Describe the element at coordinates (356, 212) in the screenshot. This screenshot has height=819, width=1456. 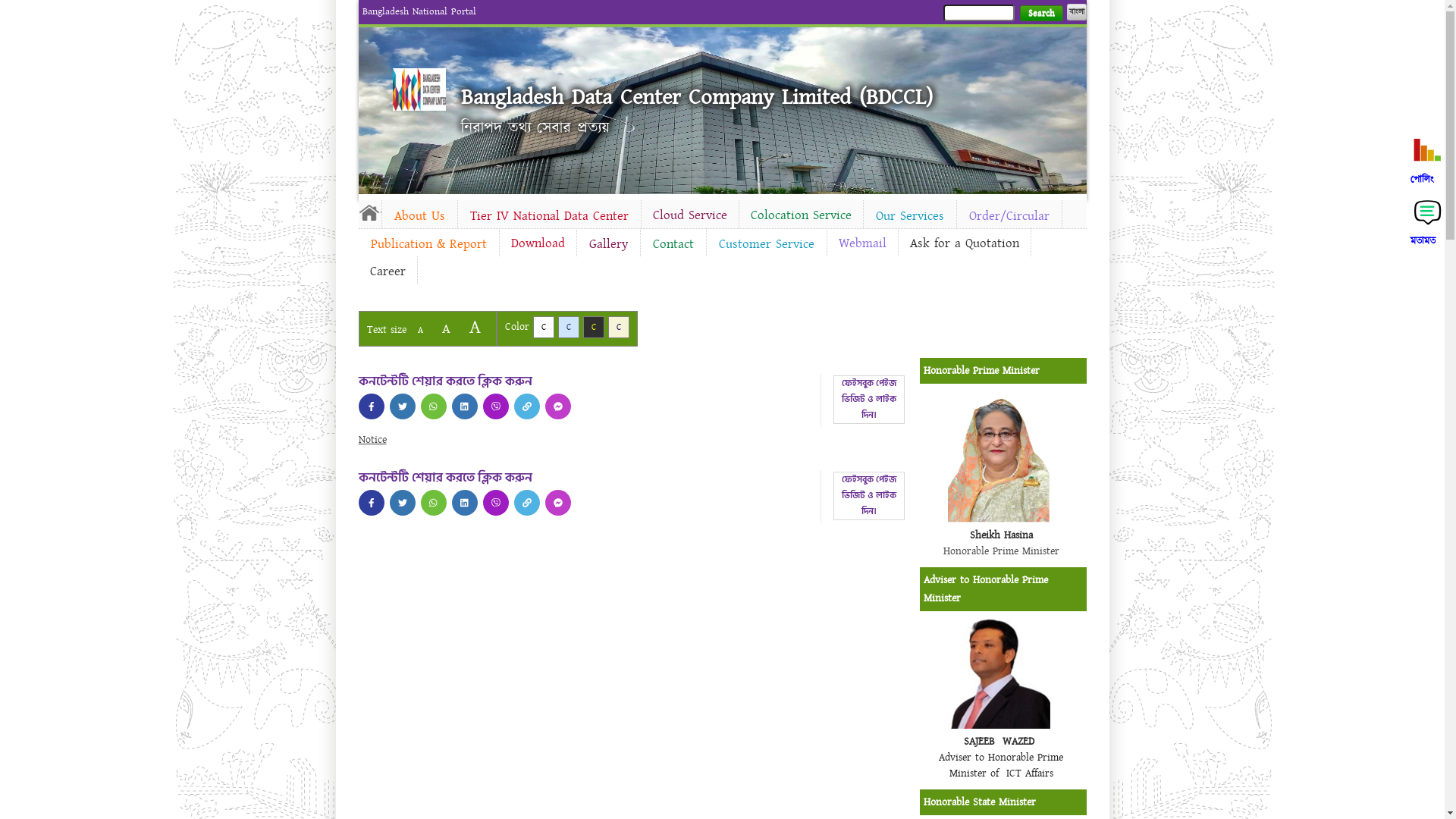
I see `'Home'` at that location.